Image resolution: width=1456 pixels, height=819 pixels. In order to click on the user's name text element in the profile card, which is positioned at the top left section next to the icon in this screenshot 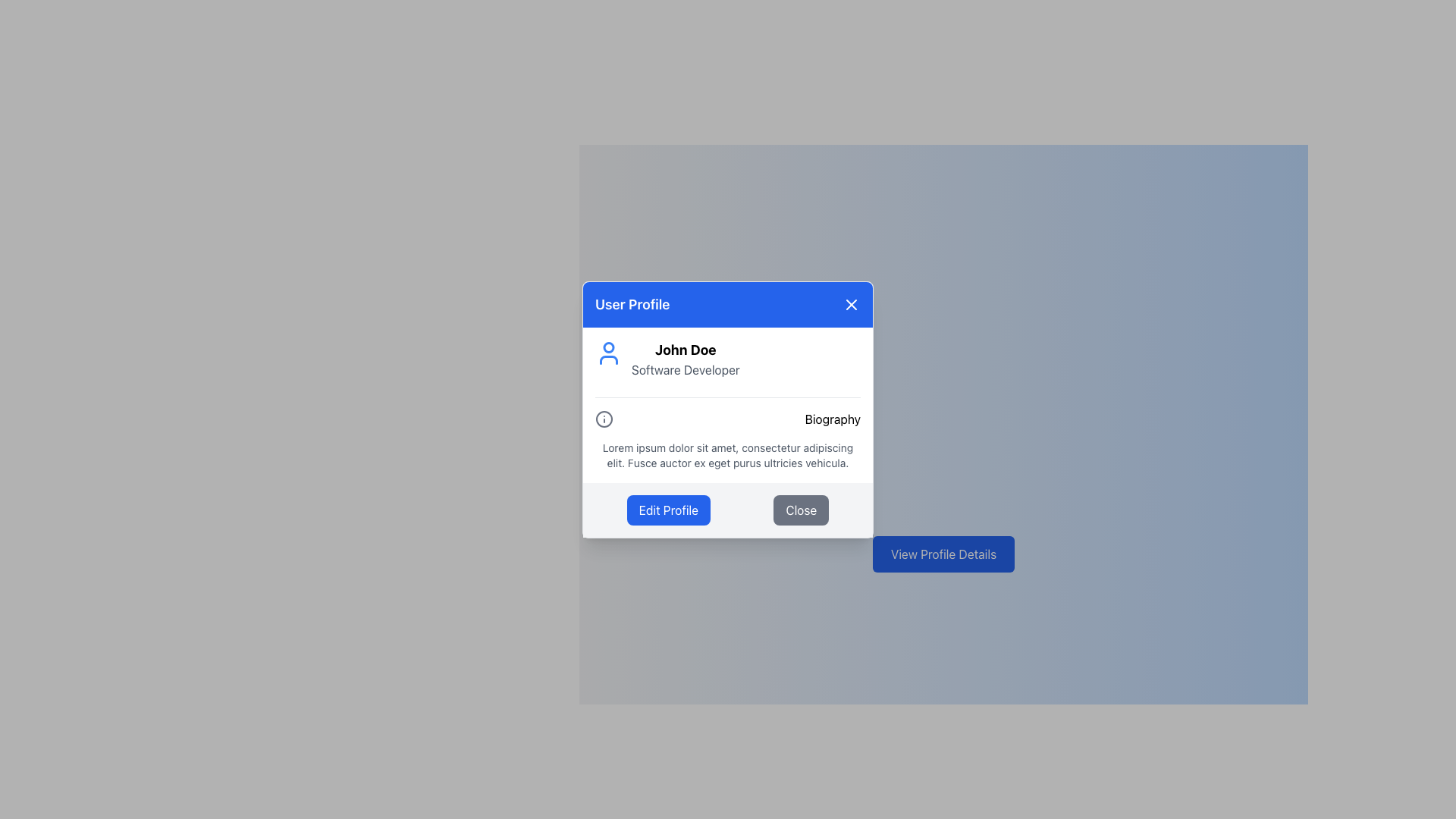, I will do `click(685, 350)`.